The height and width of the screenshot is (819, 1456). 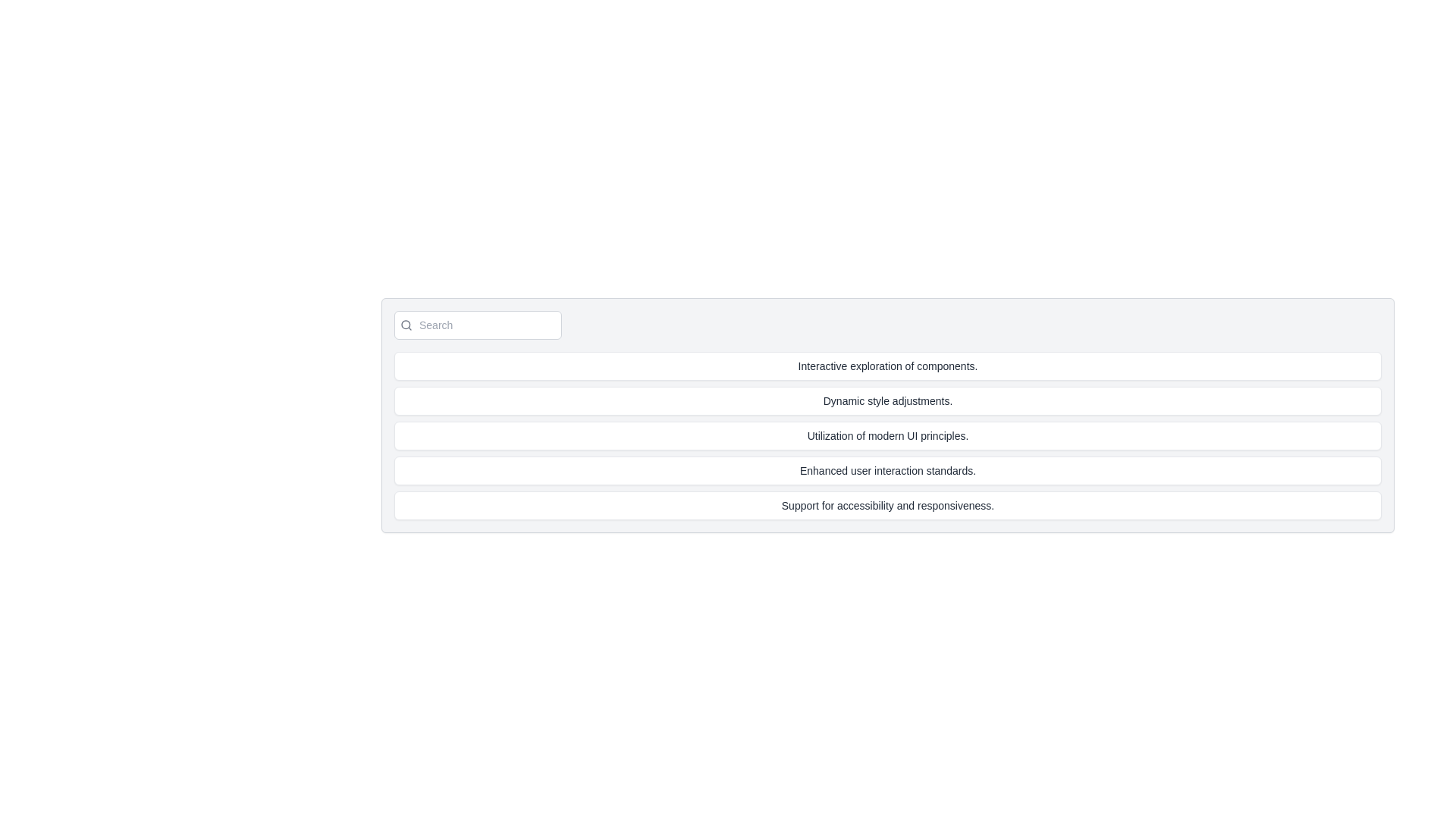 I want to click on the character 'j' in the text 'Dynamic style adjustments.' which is the last character of the word 'adjustments', so click(x=905, y=400).